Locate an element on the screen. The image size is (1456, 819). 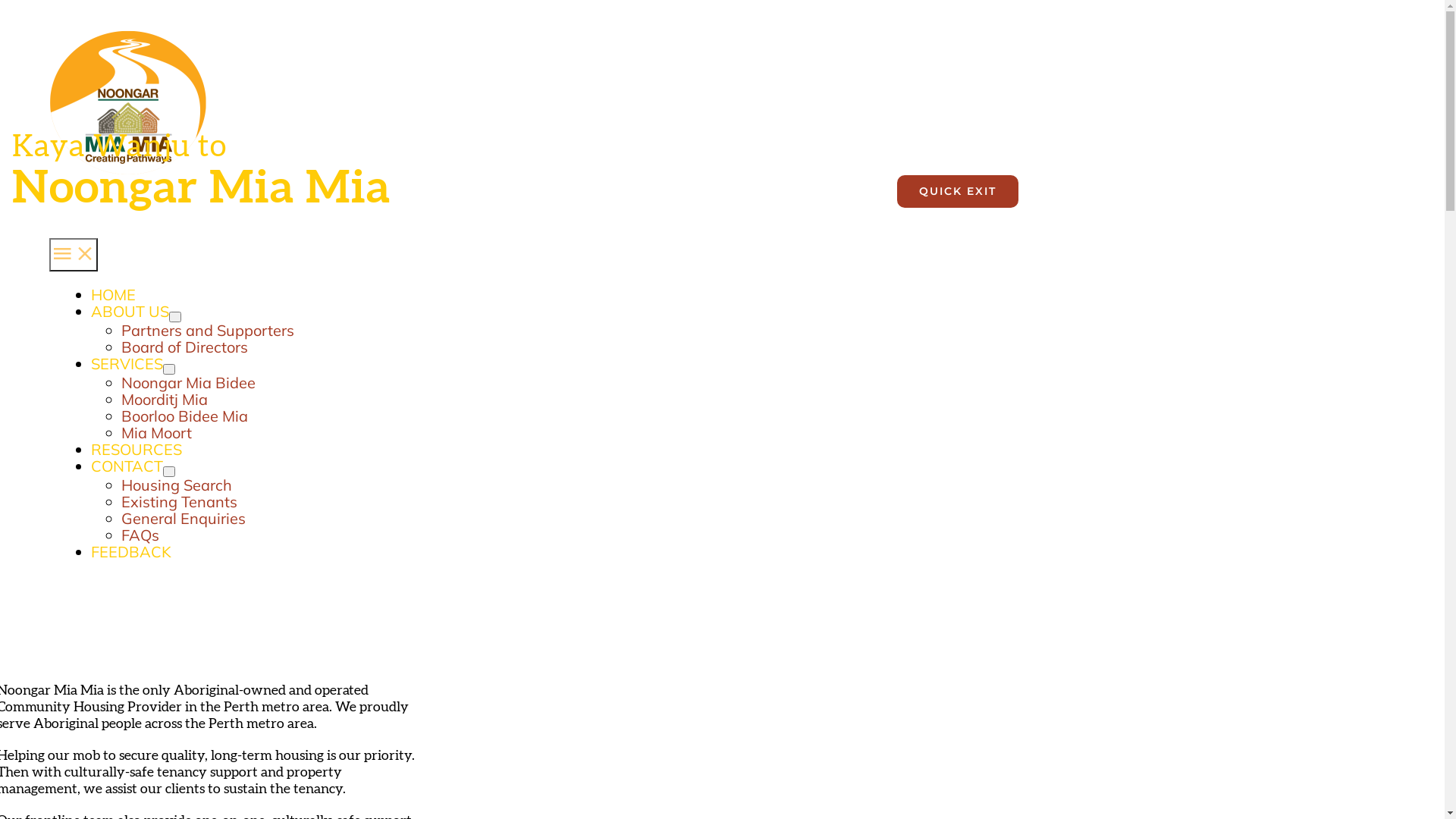
'Boorloo Bidee Mia' is located at coordinates (184, 416).